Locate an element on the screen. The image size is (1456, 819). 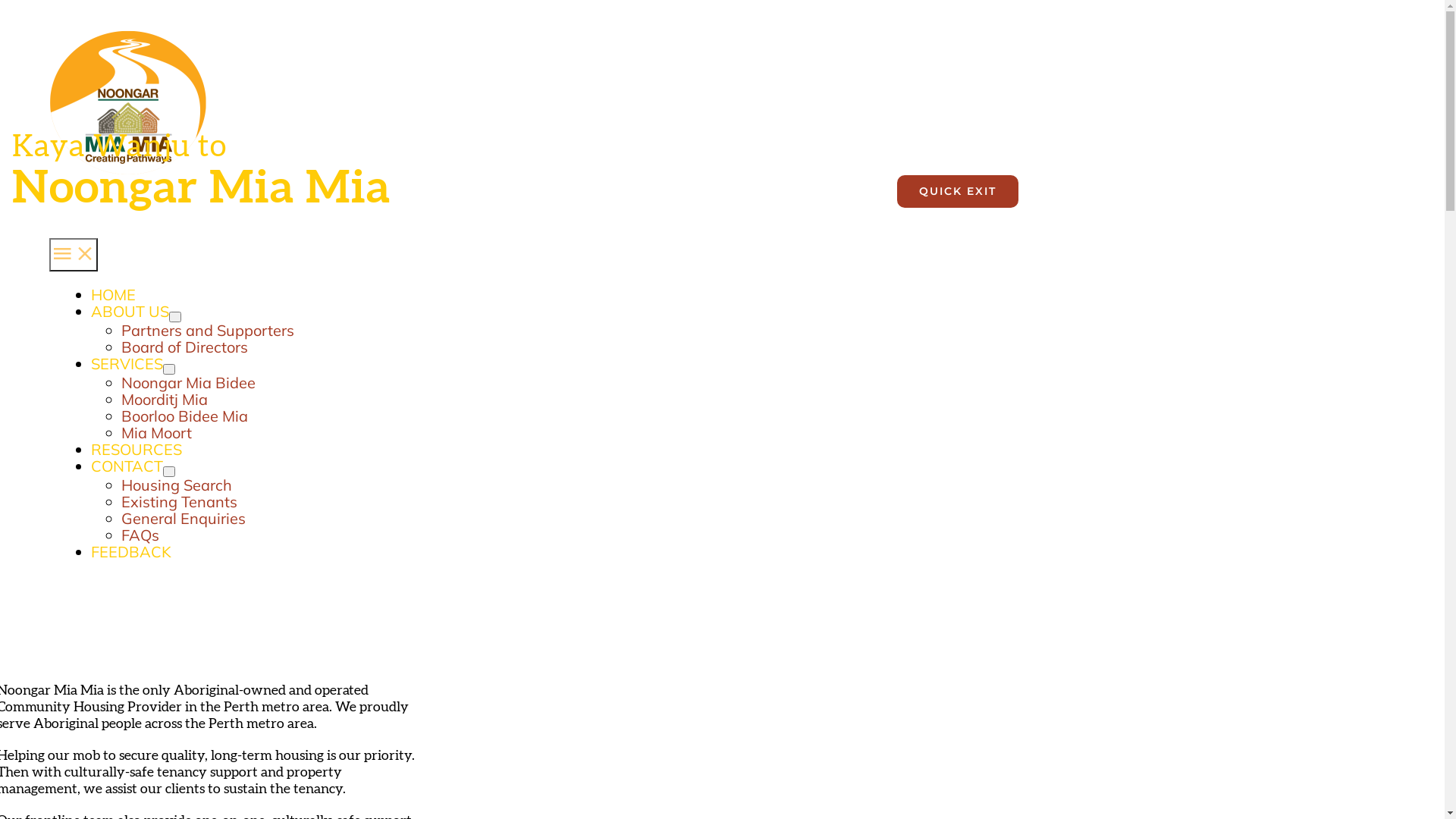
'Boorloo Bidee Mia' is located at coordinates (184, 416).